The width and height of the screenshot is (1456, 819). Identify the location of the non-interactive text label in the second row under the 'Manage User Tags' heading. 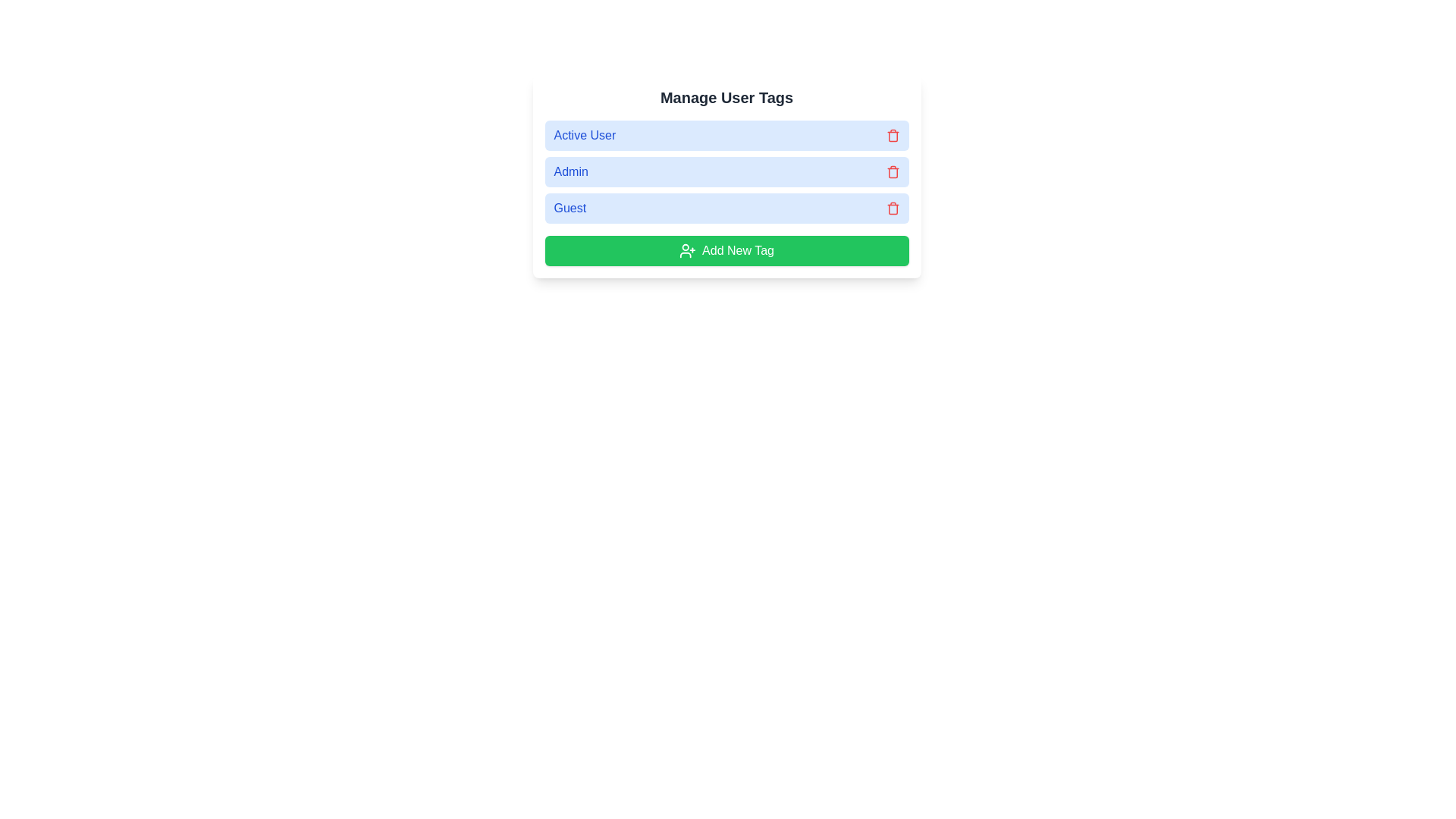
(570, 171).